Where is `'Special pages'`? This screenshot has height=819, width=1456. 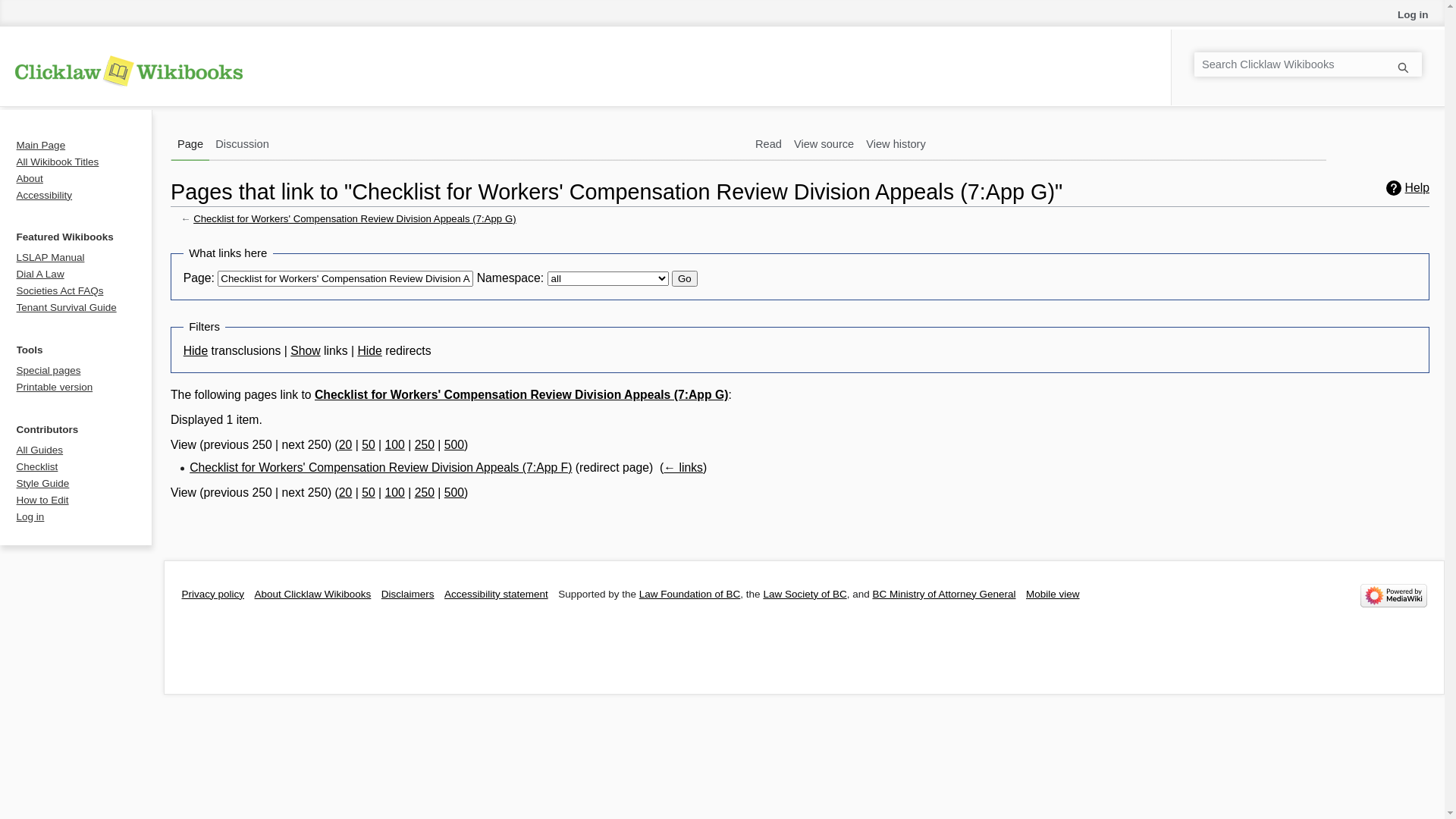 'Special pages' is located at coordinates (49, 370).